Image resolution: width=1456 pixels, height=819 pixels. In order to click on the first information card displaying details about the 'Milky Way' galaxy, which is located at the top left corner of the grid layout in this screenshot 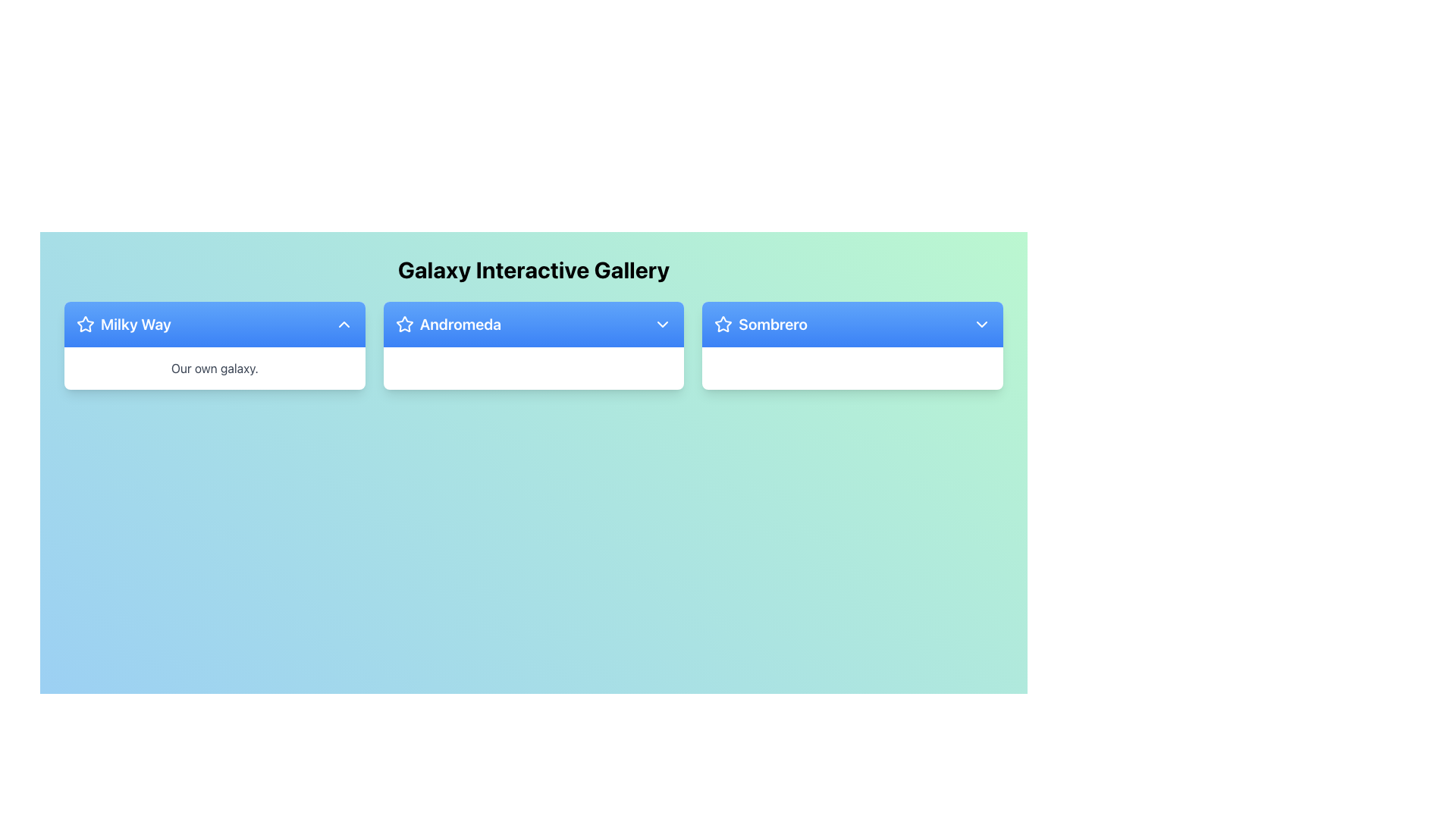, I will do `click(214, 345)`.